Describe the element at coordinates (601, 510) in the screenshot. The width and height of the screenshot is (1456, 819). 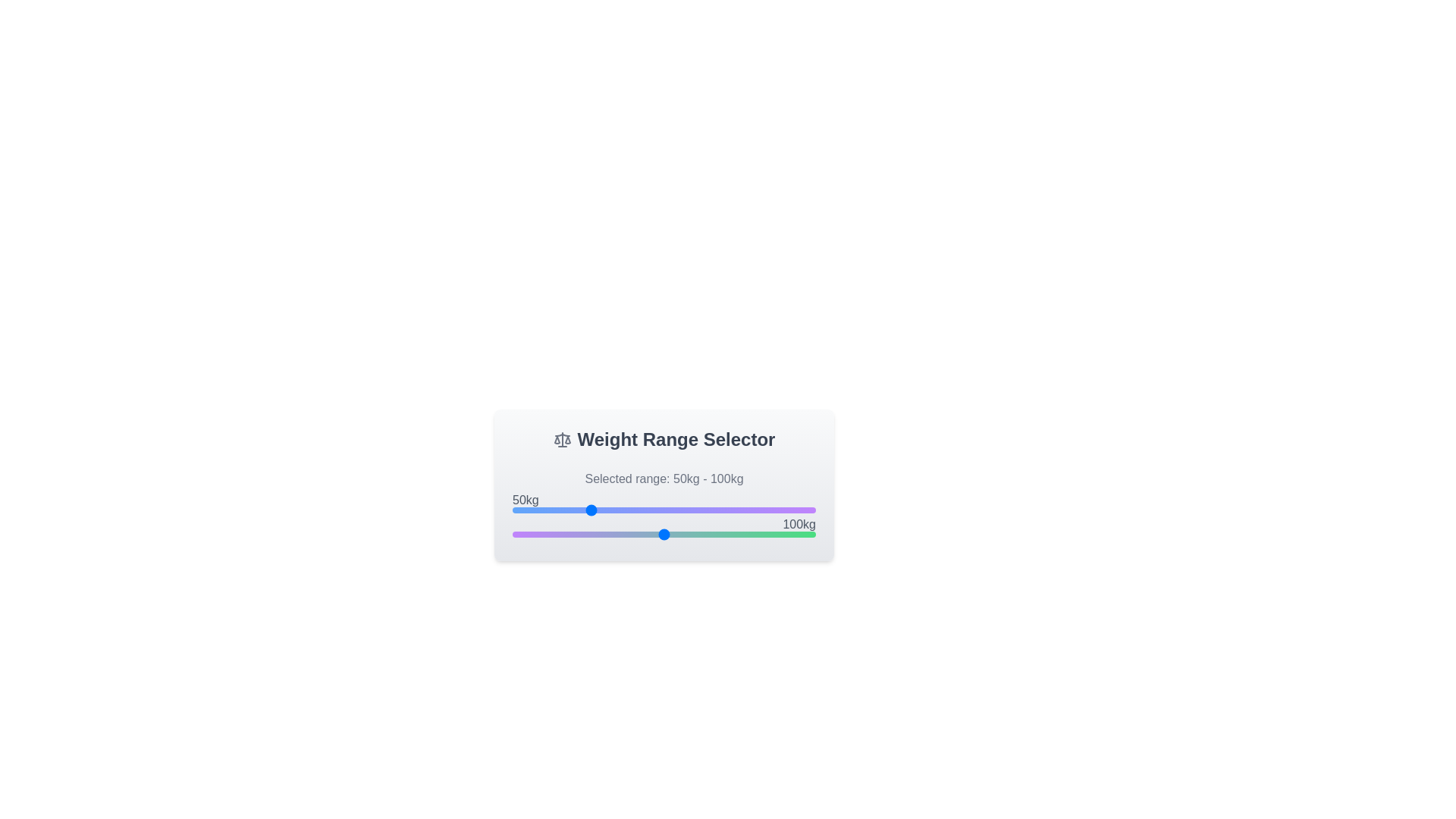
I see `the left slider to set the minimum weight to 59 kg` at that location.